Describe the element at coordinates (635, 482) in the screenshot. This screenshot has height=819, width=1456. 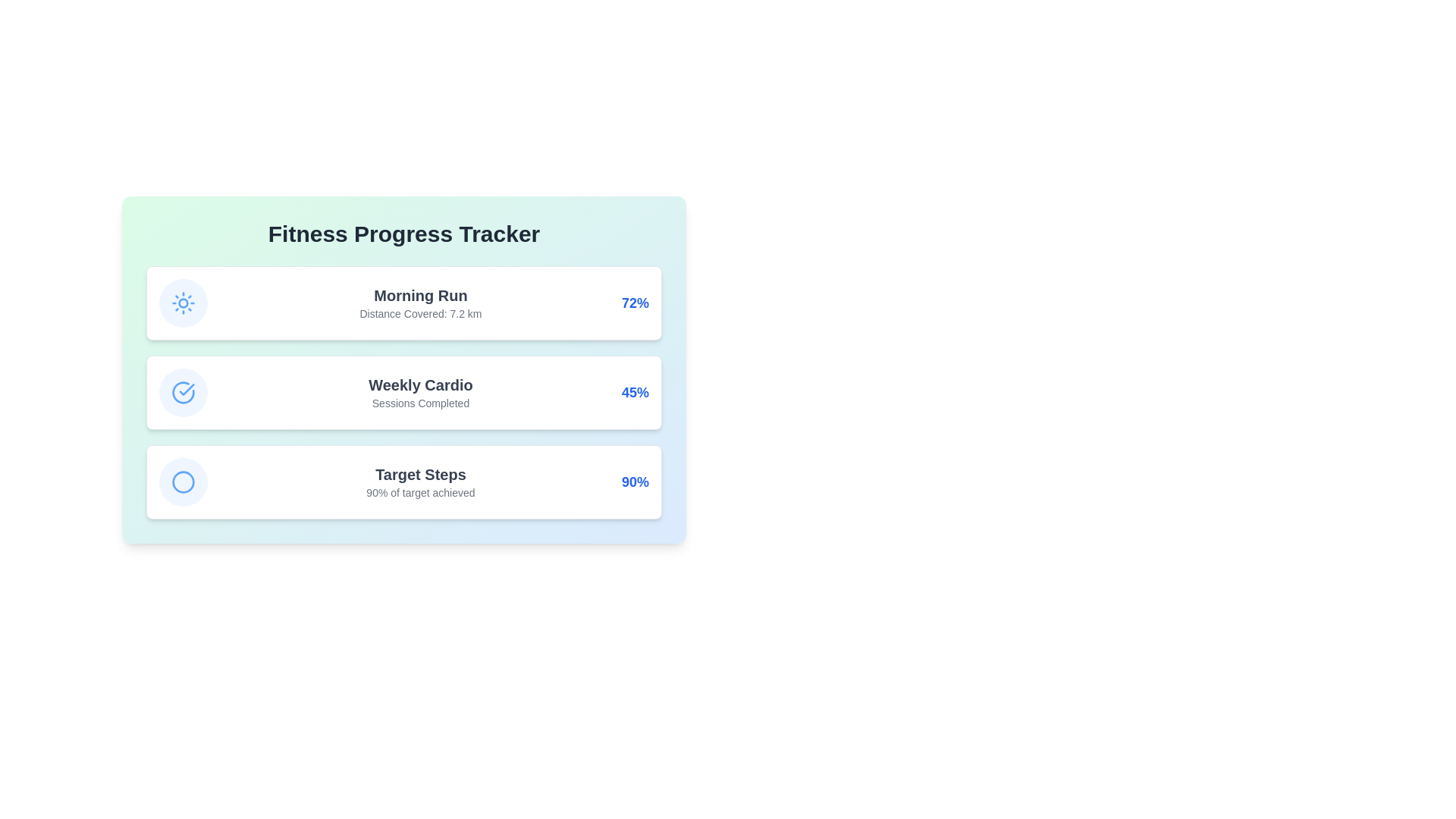
I see `the Text label that indicates the percentage of the target achieved for the 'Target Steps' activity in the 'Fitness Progress Tracker' interface, located to the far right of the 'Target Steps' card` at that location.